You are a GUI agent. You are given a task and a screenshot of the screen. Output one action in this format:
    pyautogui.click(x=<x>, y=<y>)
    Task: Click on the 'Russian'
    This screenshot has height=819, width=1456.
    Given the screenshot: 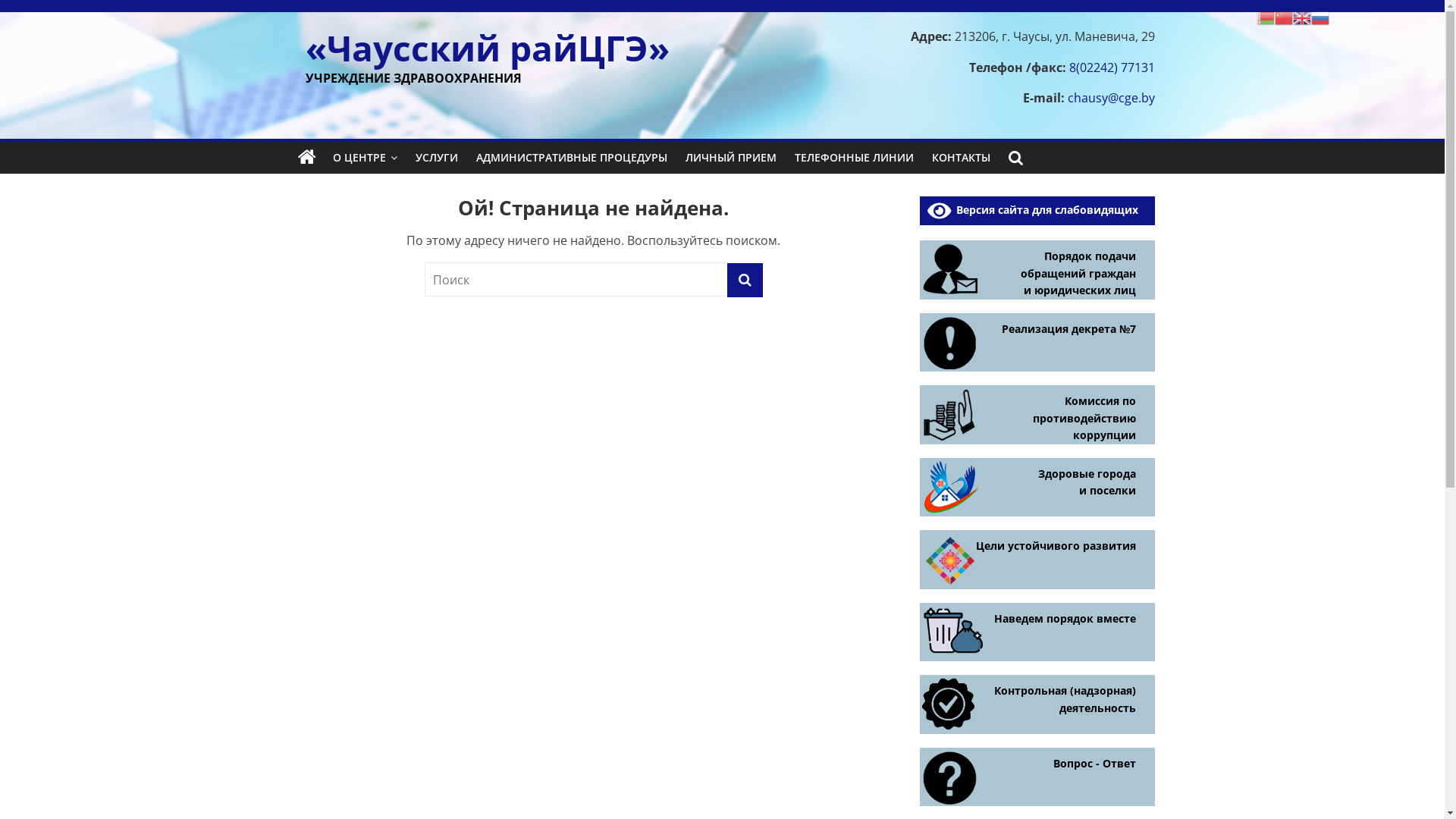 What is the action you would take?
    pyautogui.click(x=1319, y=17)
    